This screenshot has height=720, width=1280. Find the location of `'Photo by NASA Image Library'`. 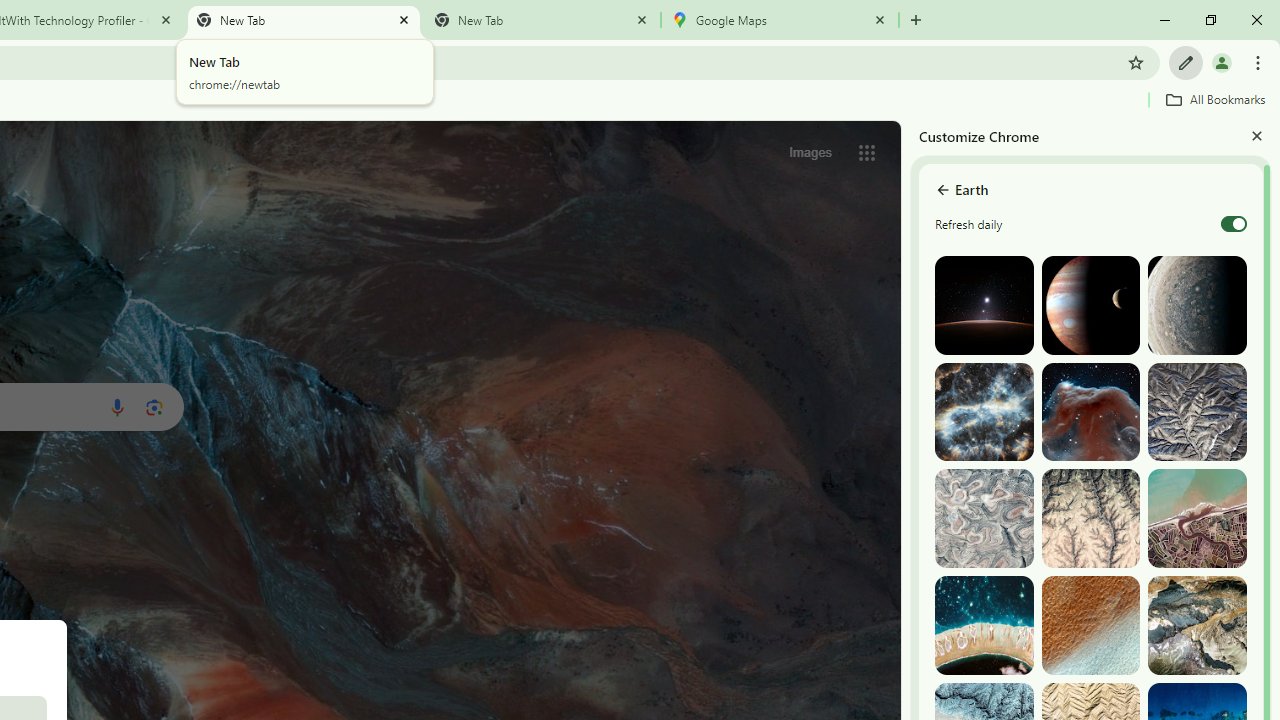

'Photo by NASA Image Library' is located at coordinates (1089, 411).